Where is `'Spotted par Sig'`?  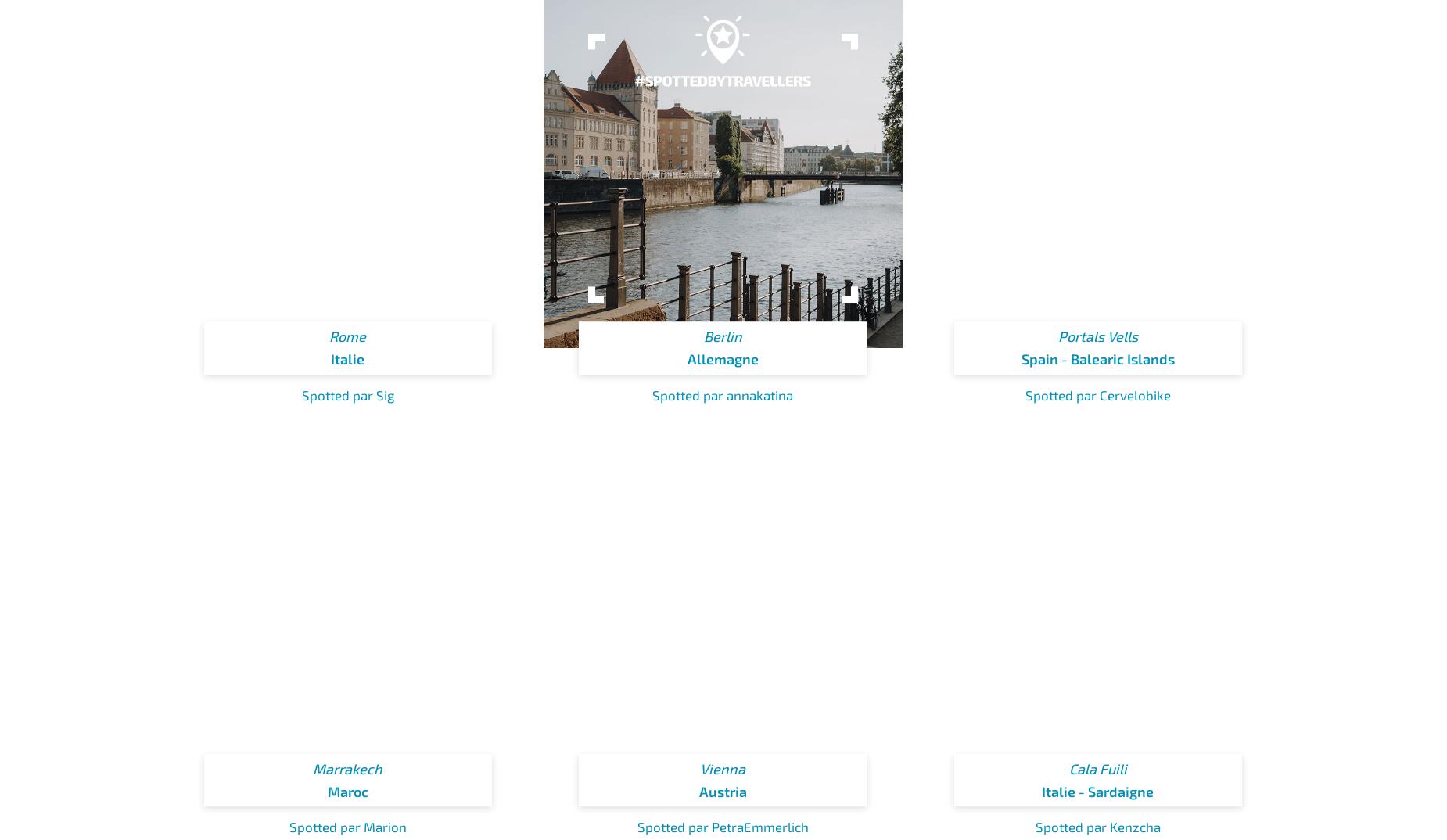
'Spotted par Sig' is located at coordinates (346, 394).